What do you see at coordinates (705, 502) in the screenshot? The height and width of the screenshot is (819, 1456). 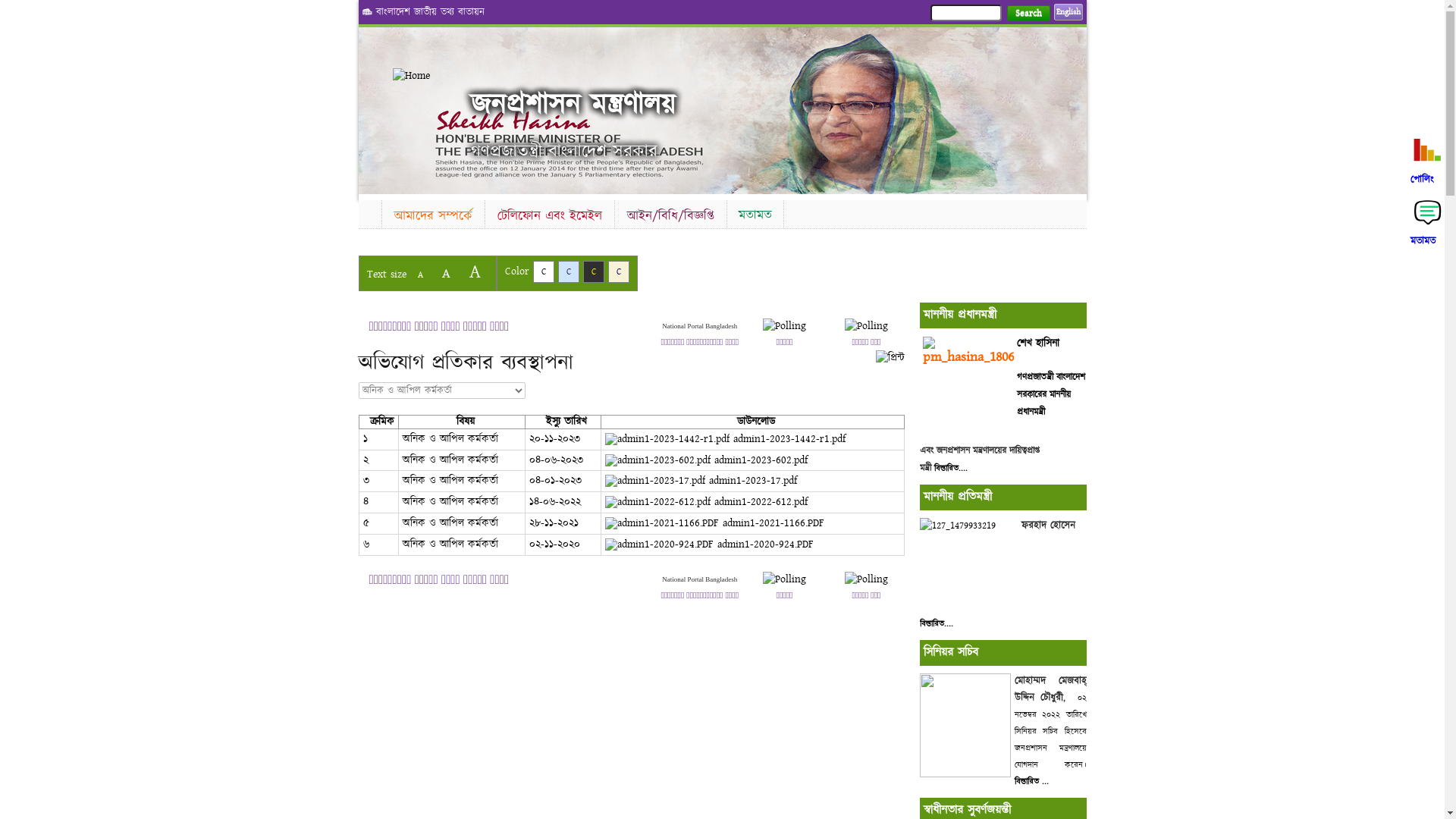 I see `'admin1-2022-612.pdf'` at bounding box center [705, 502].